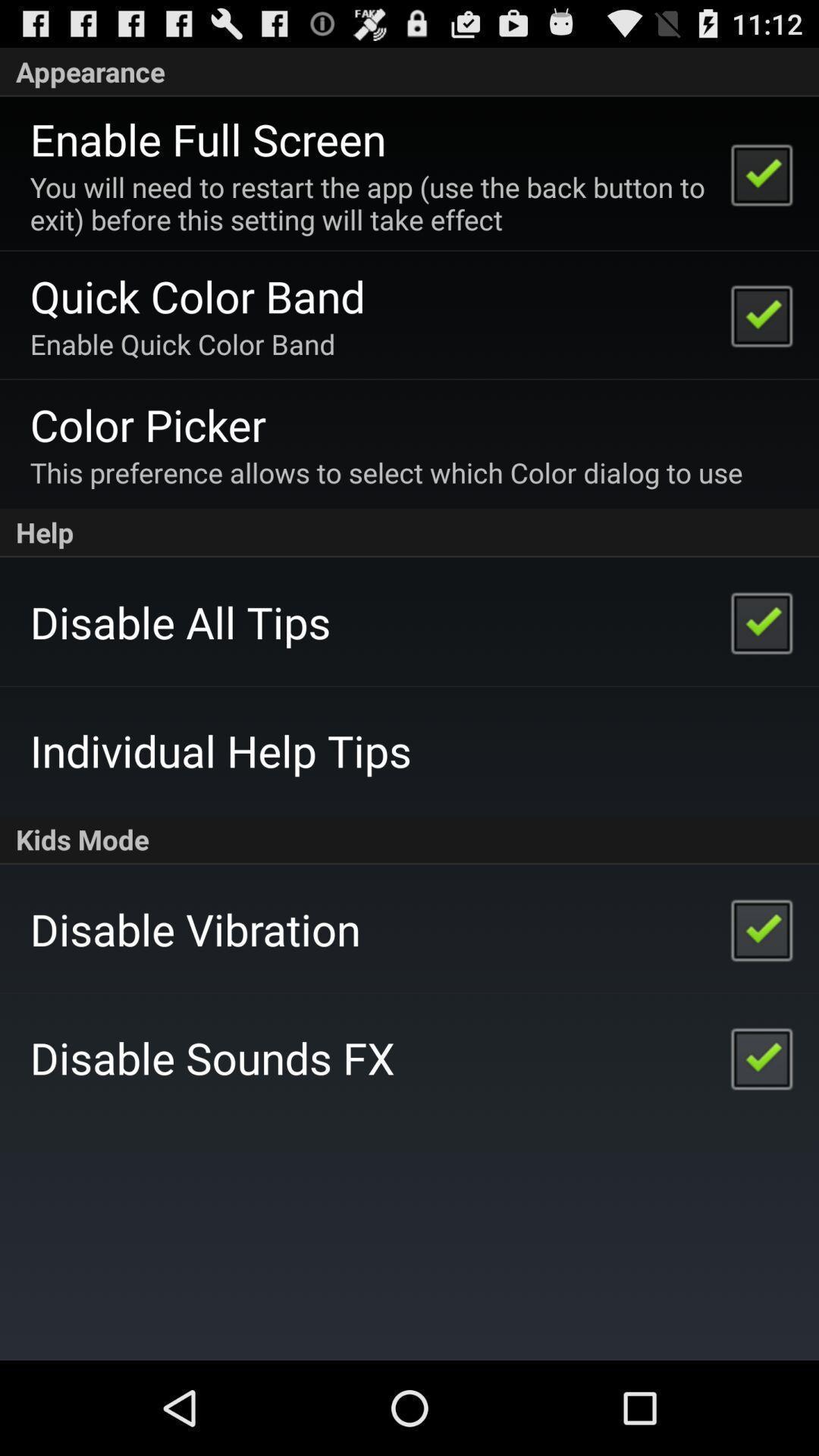 The width and height of the screenshot is (819, 1456). I want to click on icon above quick color band icon, so click(371, 202).